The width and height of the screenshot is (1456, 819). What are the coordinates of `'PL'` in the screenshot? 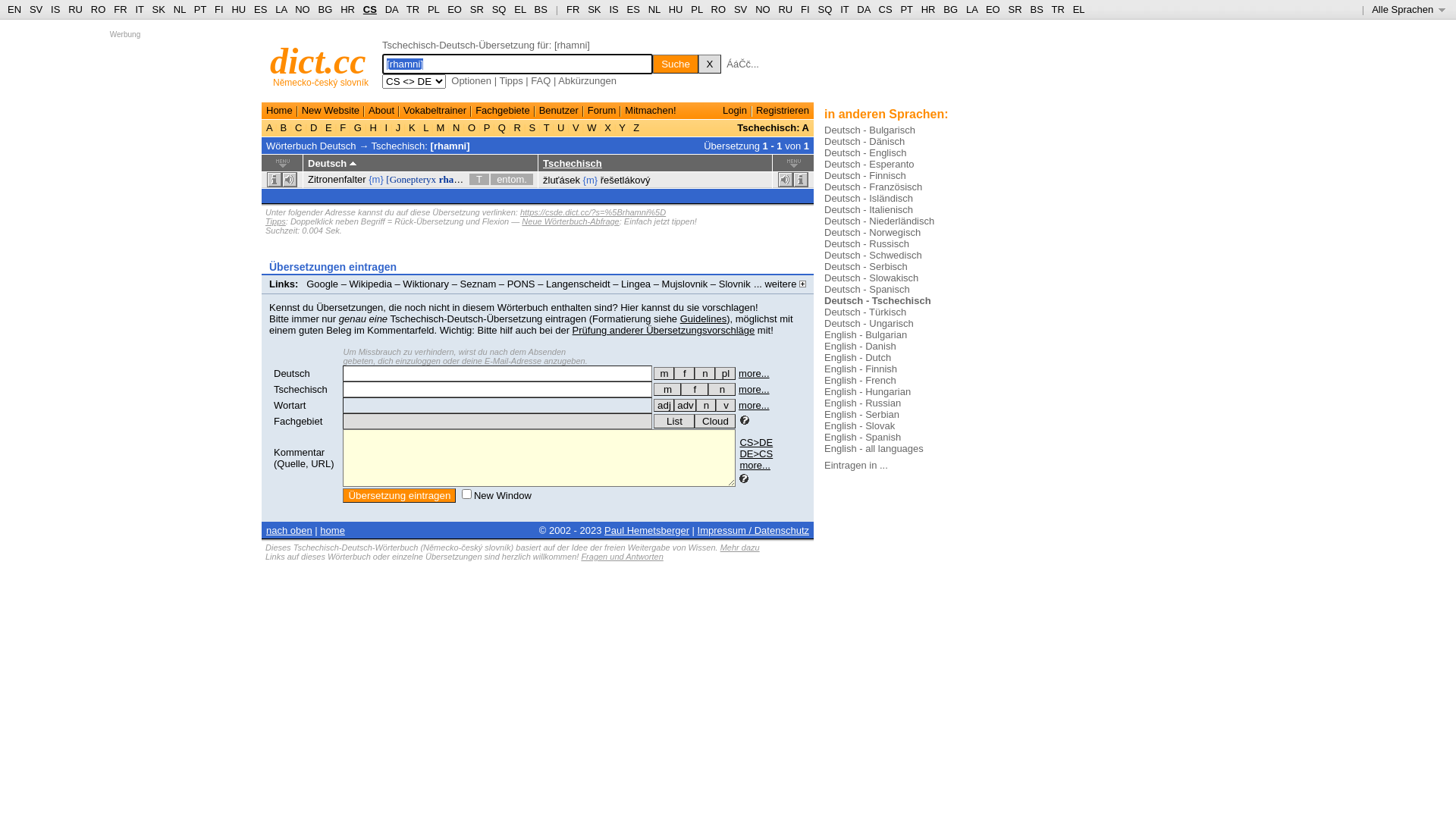 It's located at (695, 9).